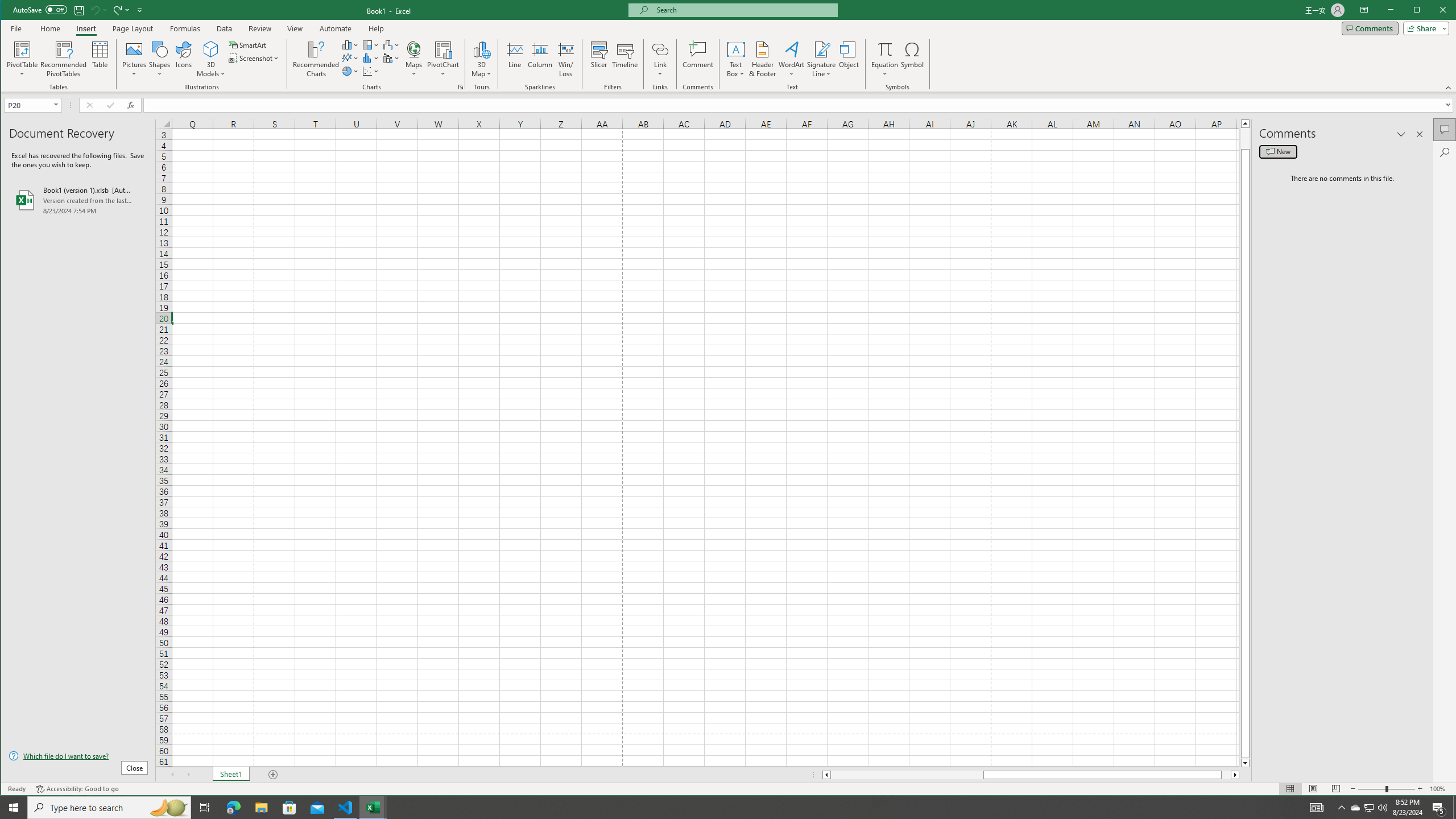  Describe the element at coordinates (22, 48) in the screenshot. I see `'PivotTable'` at that location.